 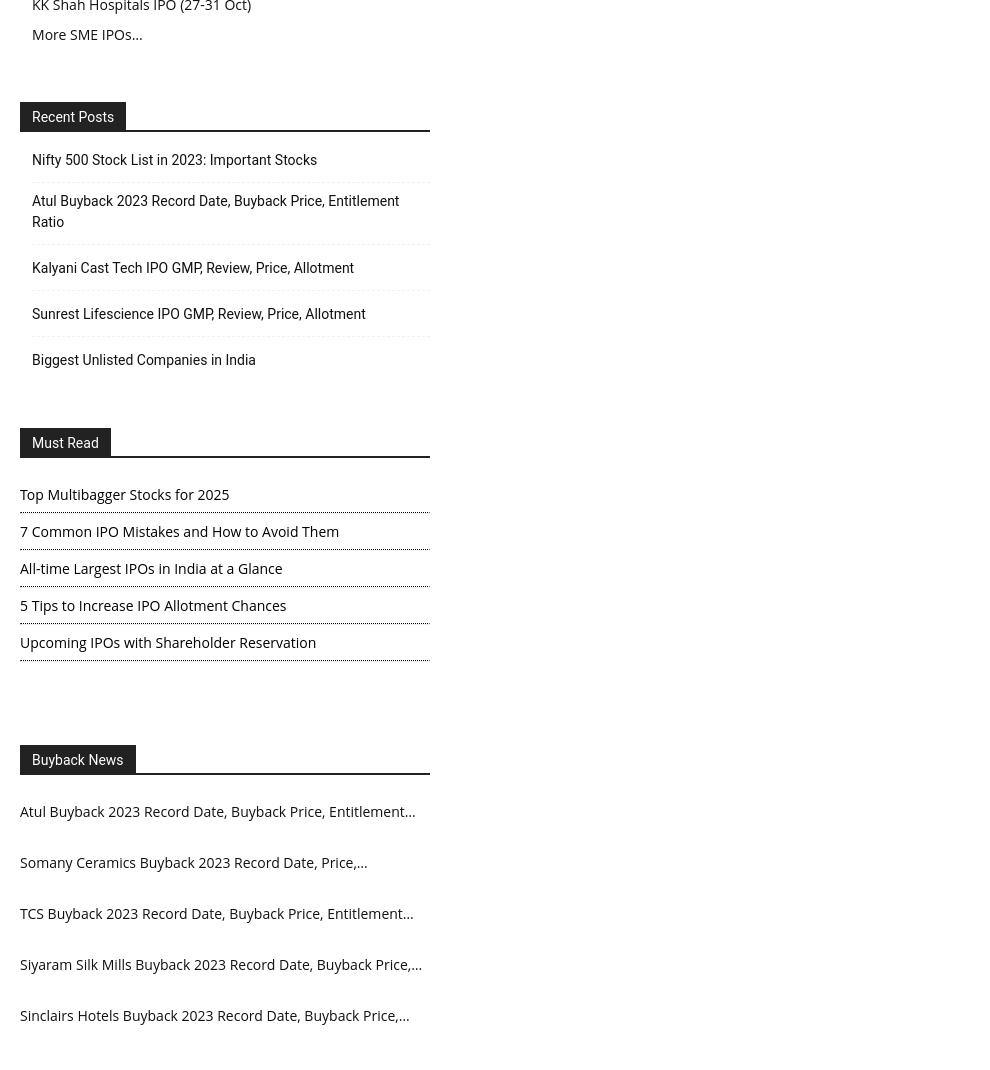 What do you see at coordinates (150, 566) in the screenshot?
I see `'All-time Largest IPOs in India at a Glance'` at bounding box center [150, 566].